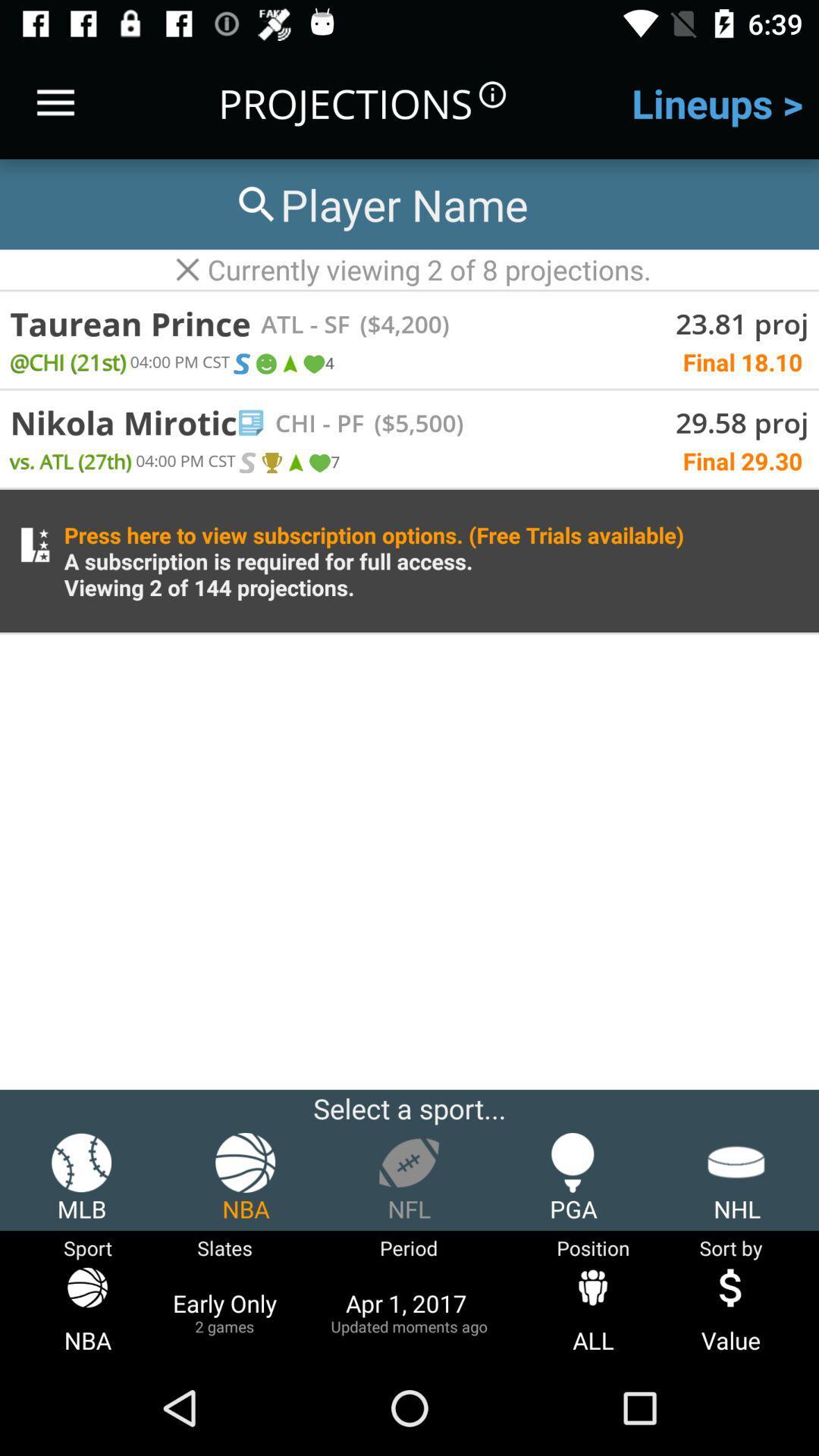 This screenshot has height=1456, width=819. Describe the element at coordinates (379, 203) in the screenshot. I see `a player name` at that location.